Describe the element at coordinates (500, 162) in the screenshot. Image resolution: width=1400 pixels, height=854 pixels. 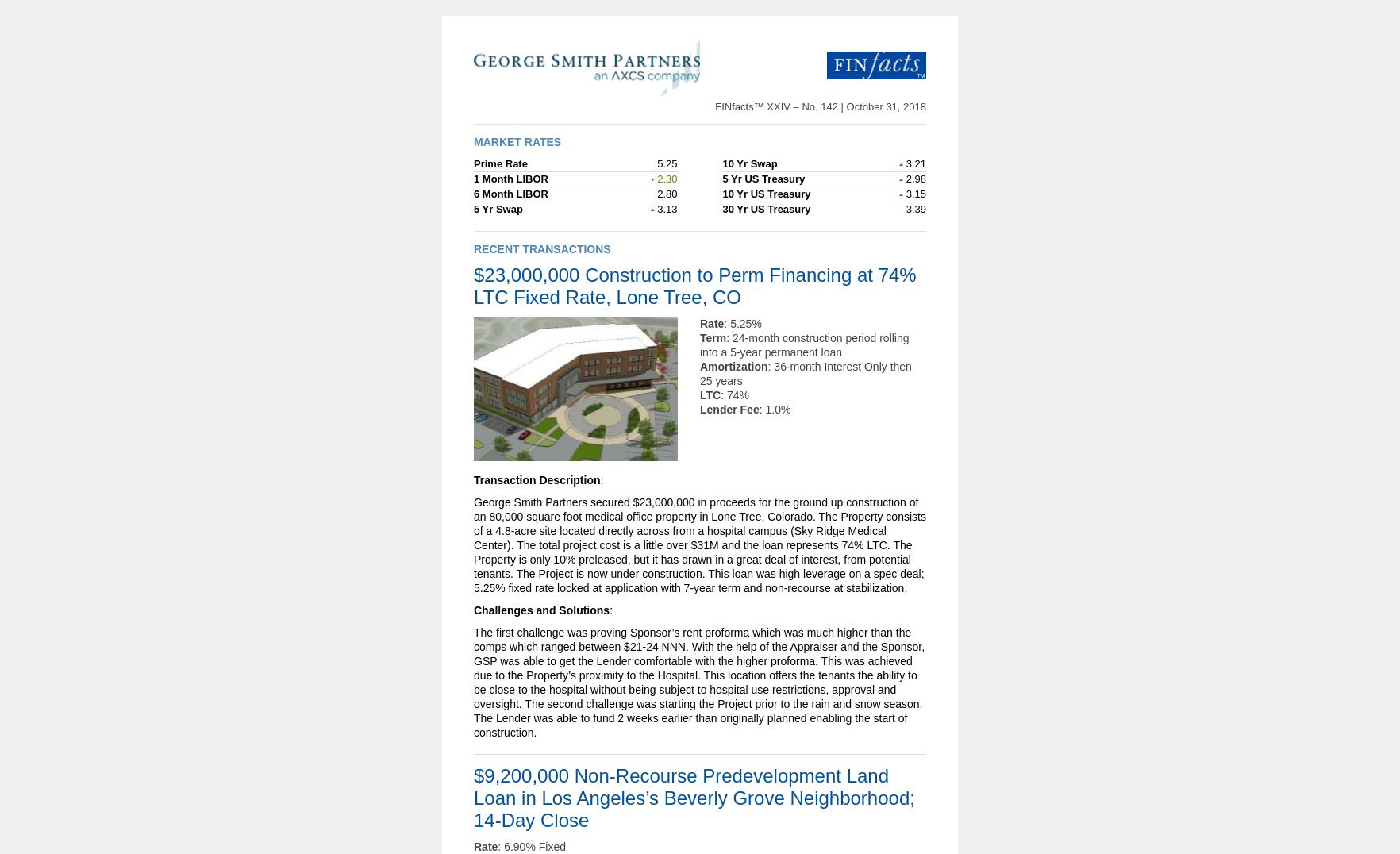
I see `'Prime Rate'` at that location.